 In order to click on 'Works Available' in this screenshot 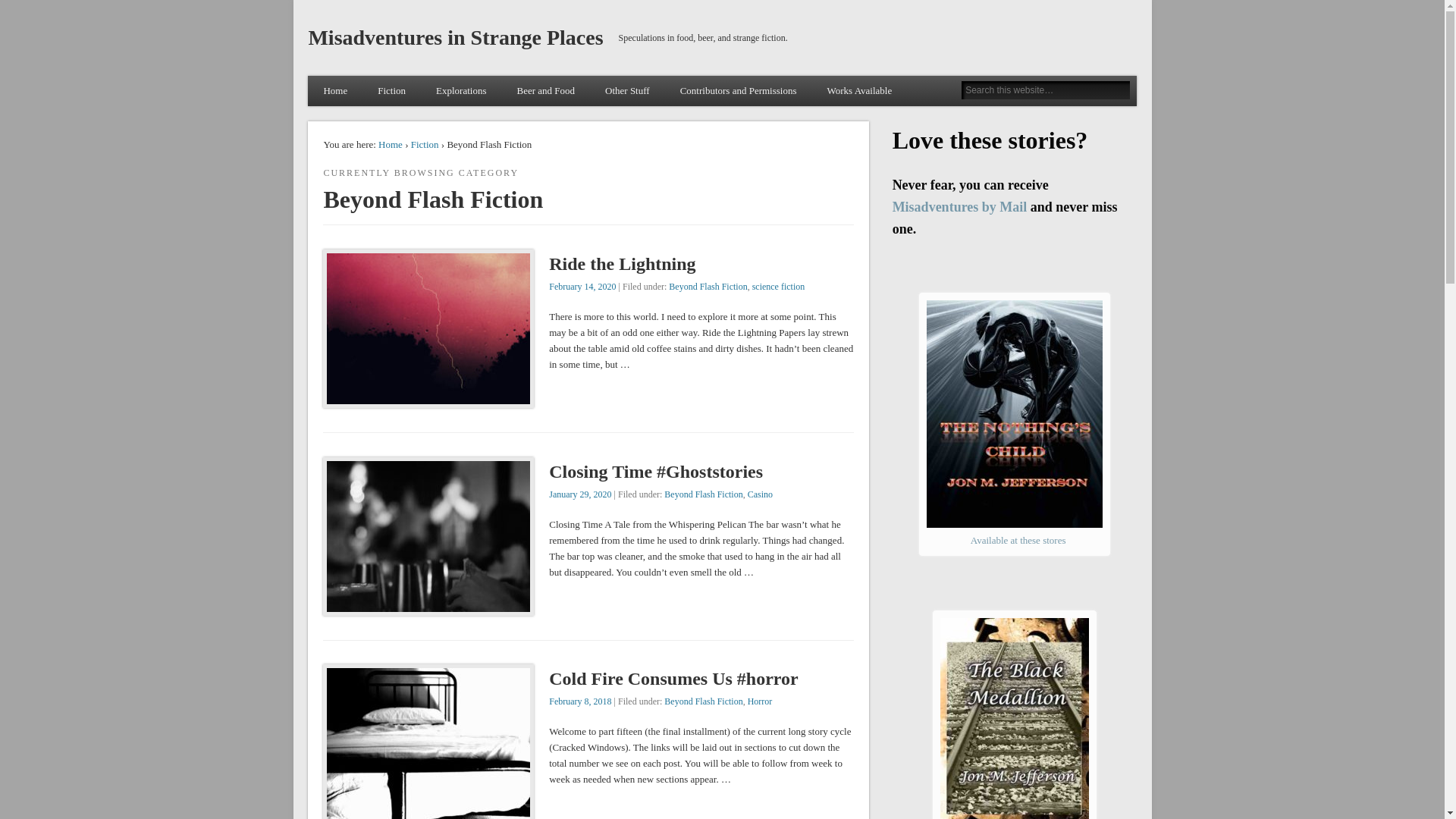, I will do `click(858, 90)`.